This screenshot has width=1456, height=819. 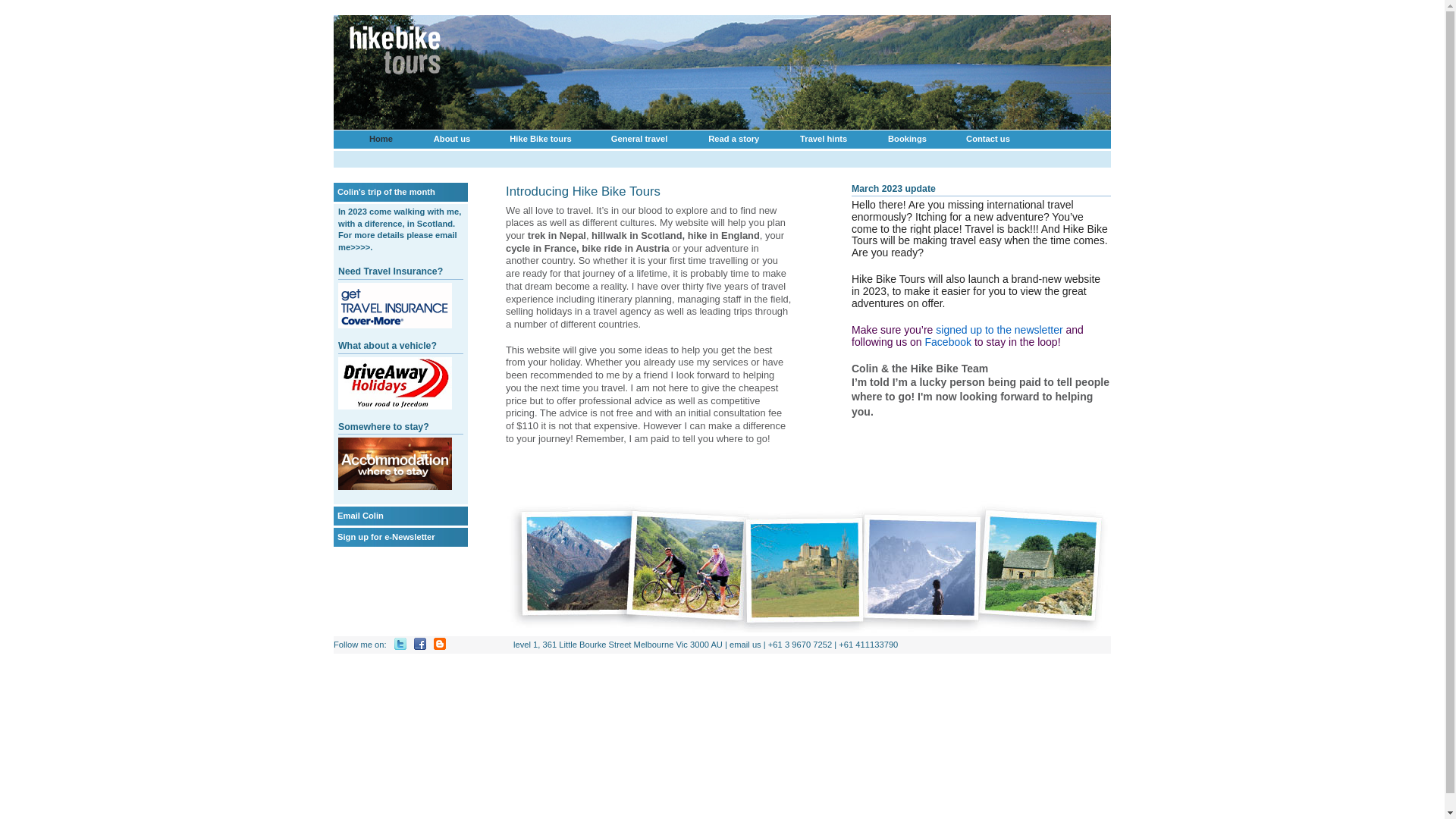 I want to click on 'signed up to the newsletter', so click(x=999, y=329).